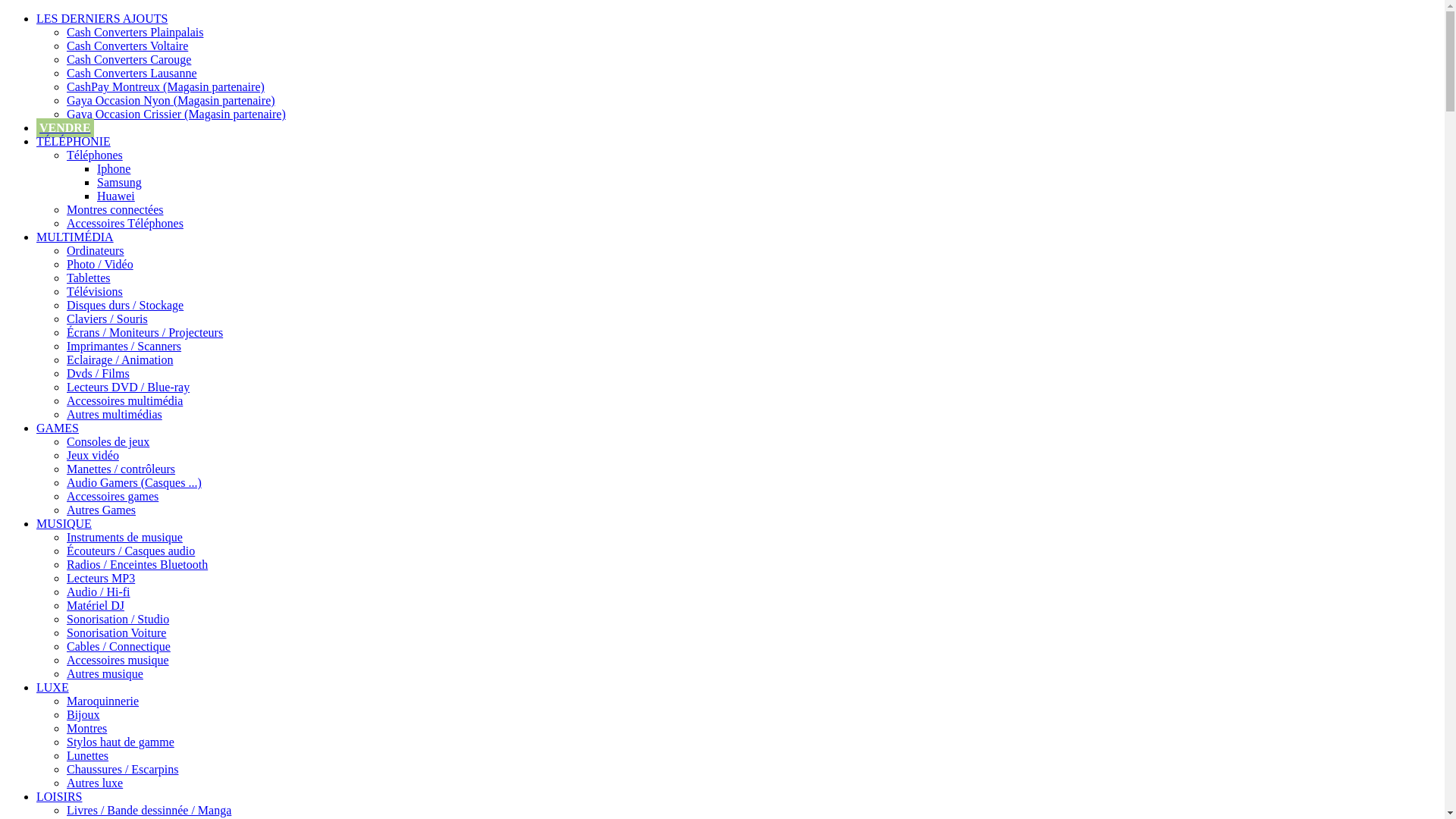 The width and height of the screenshot is (1456, 819). Describe the element at coordinates (65, 769) in the screenshot. I see `'Chaussures / Escarpins'` at that location.